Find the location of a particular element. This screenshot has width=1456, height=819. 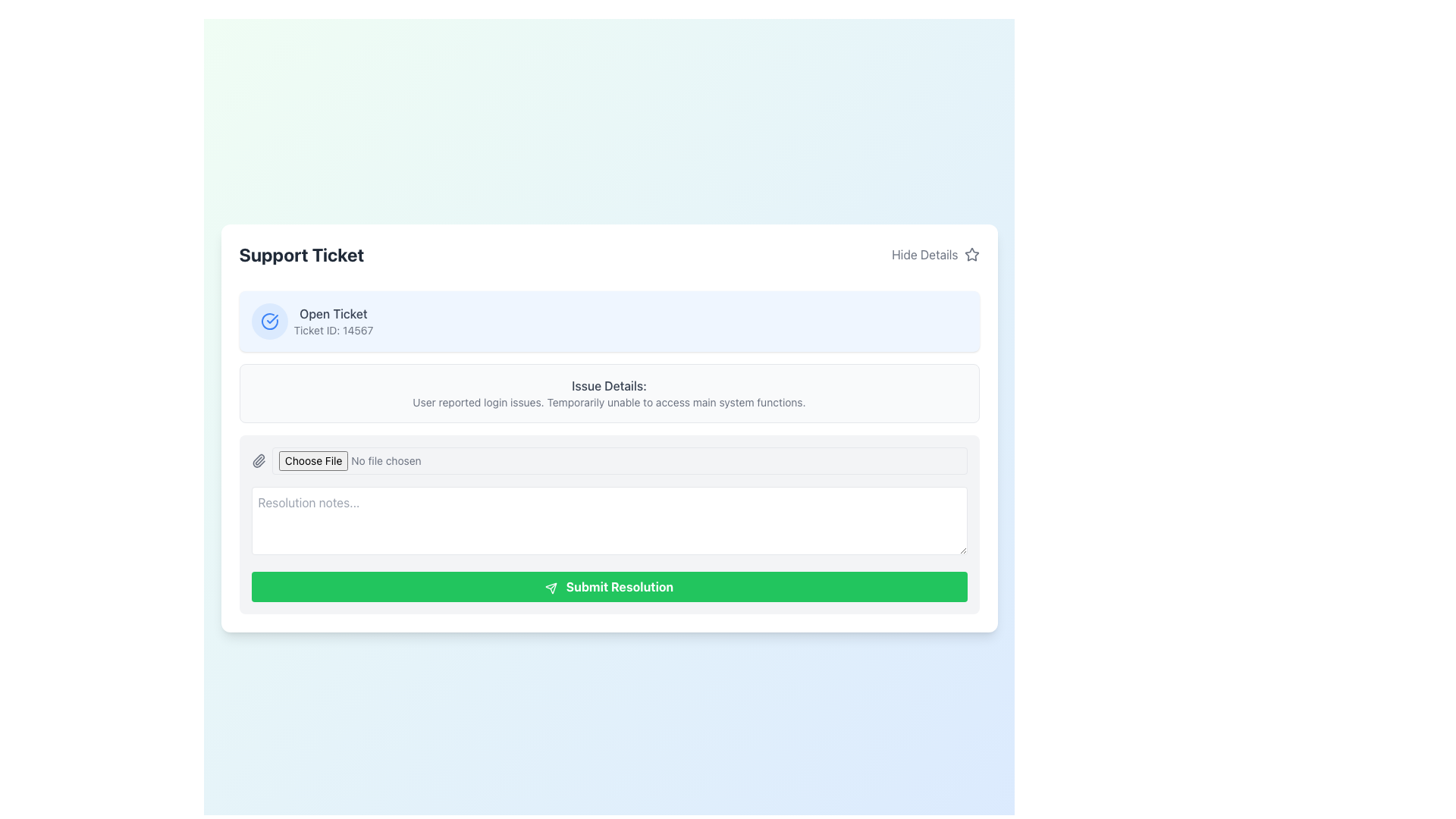

the gray star icon located at the top-right corner of the interface, adjacent to the 'Hide Details' text is located at coordinates (971, 253).